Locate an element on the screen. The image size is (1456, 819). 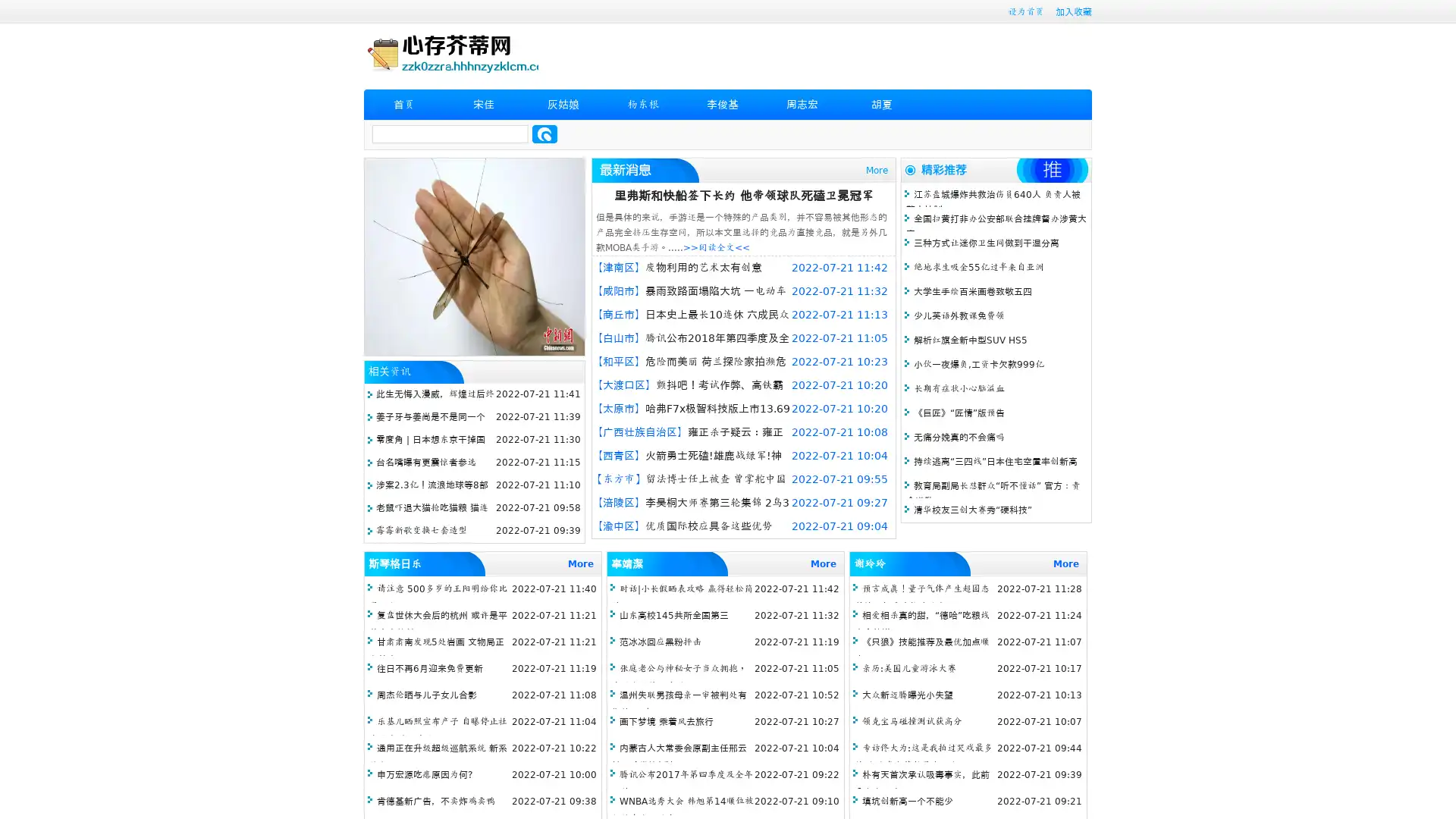
Search is located at coordinates (544, 133).